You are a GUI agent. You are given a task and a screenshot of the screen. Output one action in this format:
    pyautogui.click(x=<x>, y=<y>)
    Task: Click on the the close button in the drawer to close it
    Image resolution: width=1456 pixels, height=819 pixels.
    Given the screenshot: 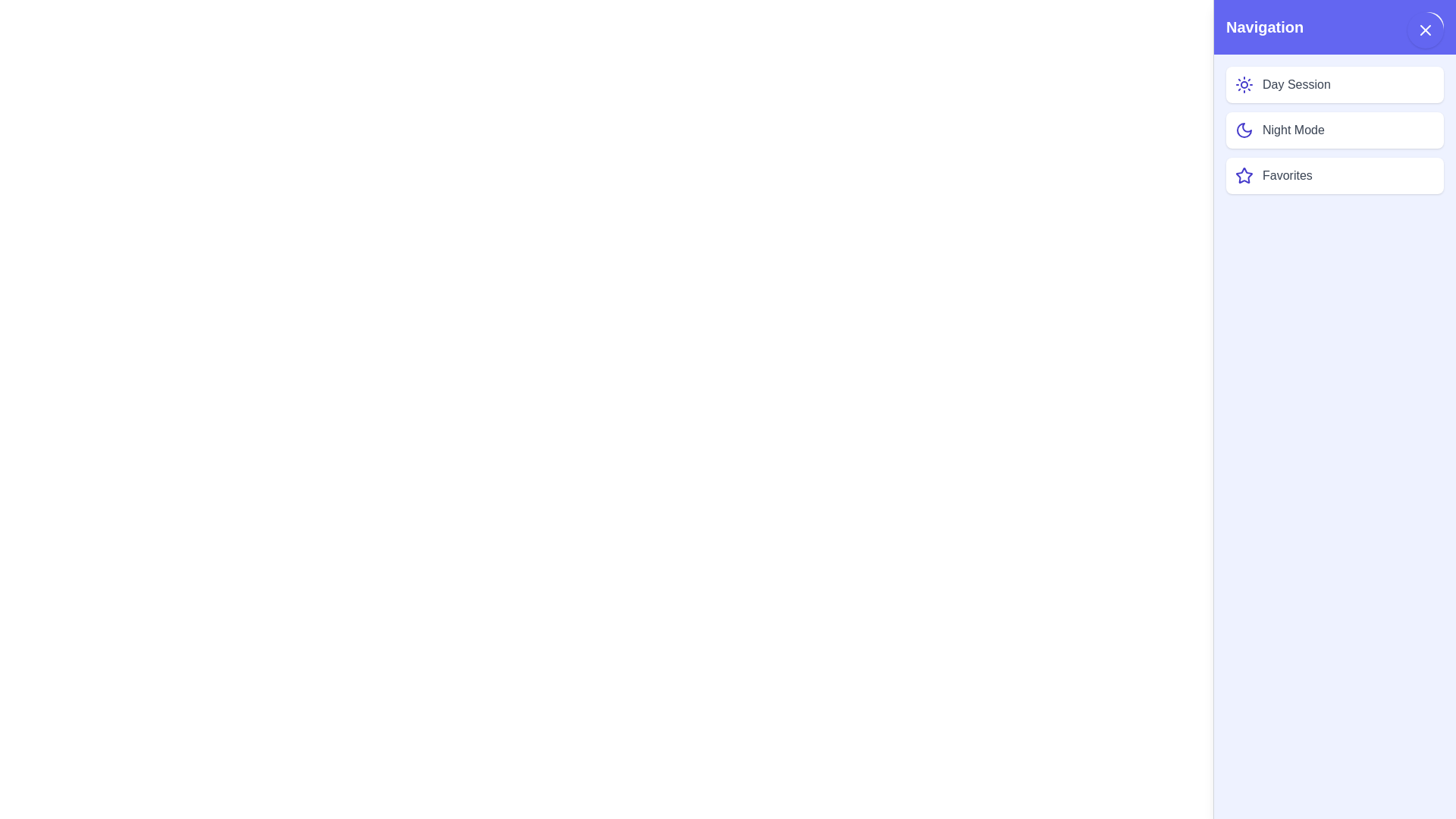 What is the action you would take?
    pyautogui.click(x=1427, y=27)
    